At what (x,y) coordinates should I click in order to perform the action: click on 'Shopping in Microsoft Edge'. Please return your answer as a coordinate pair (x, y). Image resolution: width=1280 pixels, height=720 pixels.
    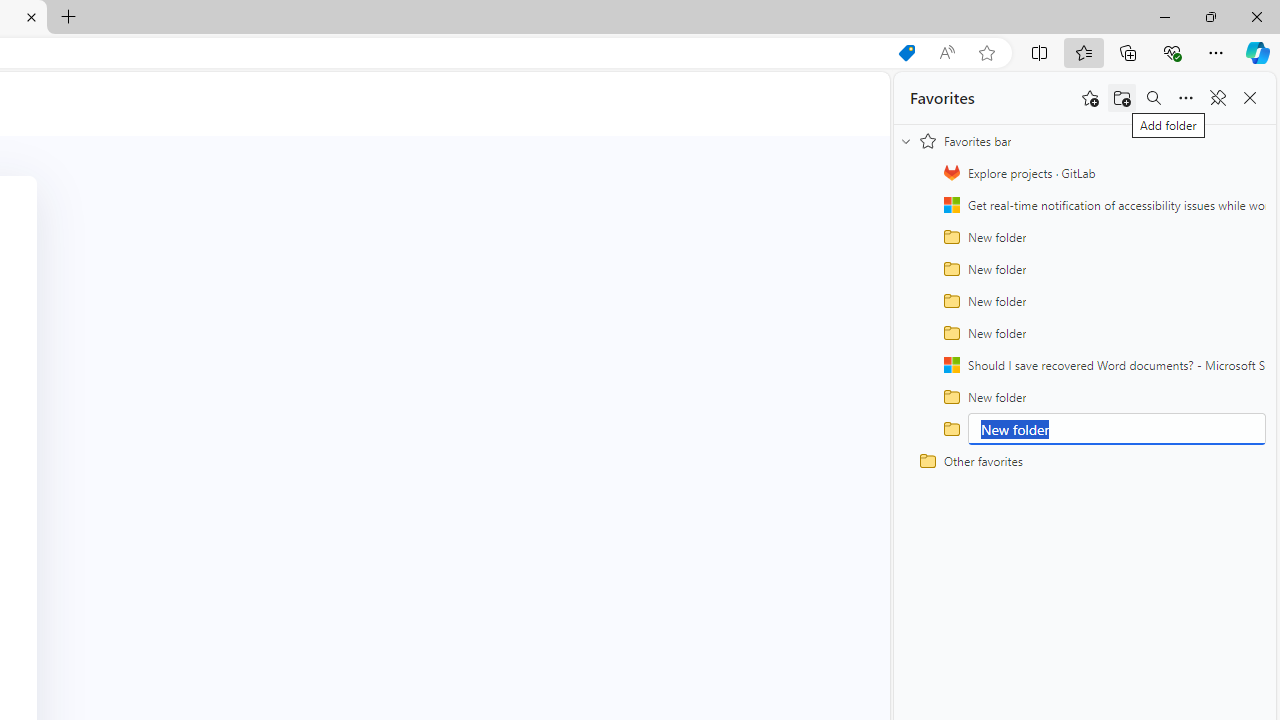
    Looking at the image, I should click on (905, 52).